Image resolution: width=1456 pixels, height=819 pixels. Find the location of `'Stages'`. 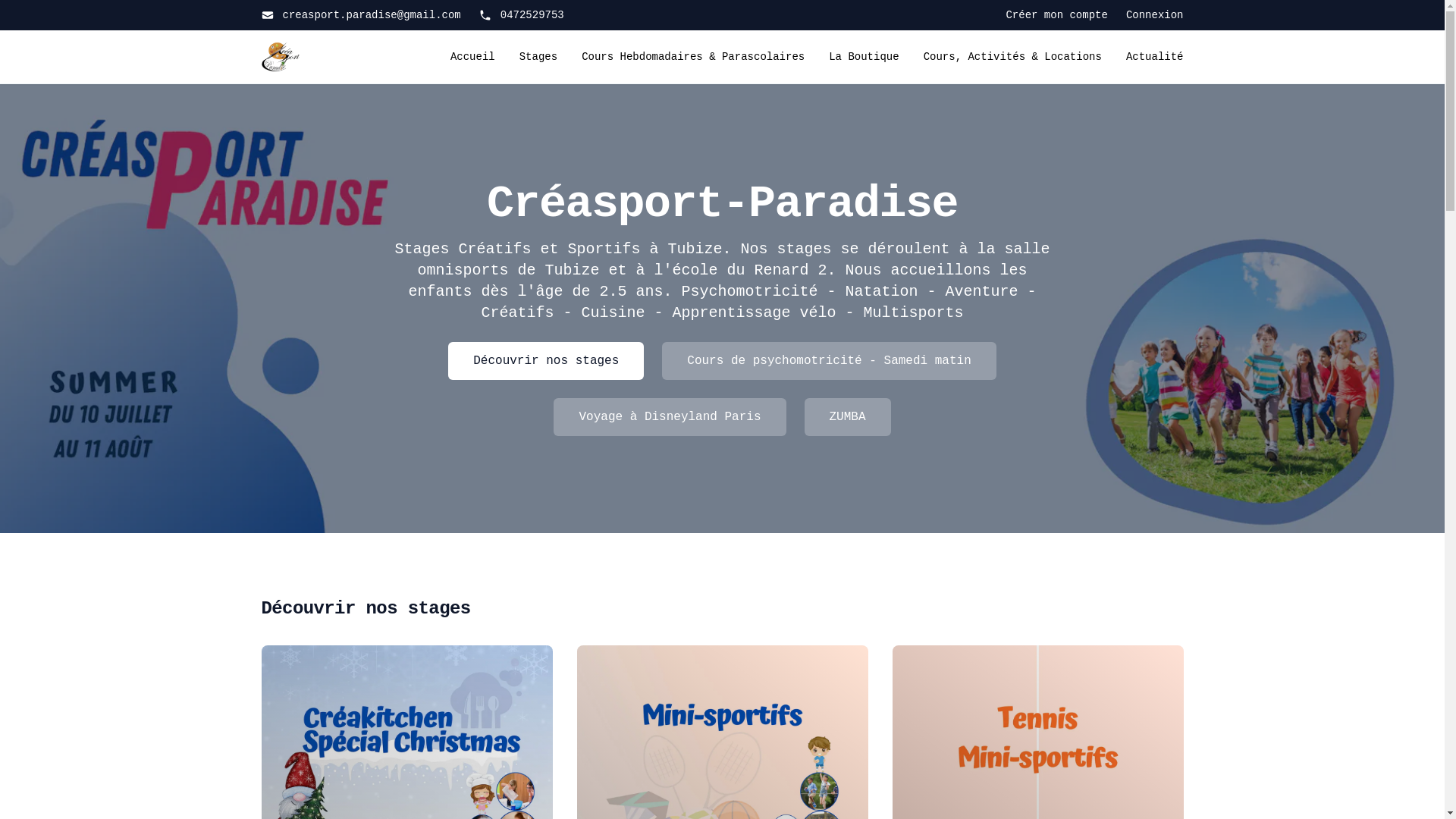

'Stages' is located at coordinates (513, 55).